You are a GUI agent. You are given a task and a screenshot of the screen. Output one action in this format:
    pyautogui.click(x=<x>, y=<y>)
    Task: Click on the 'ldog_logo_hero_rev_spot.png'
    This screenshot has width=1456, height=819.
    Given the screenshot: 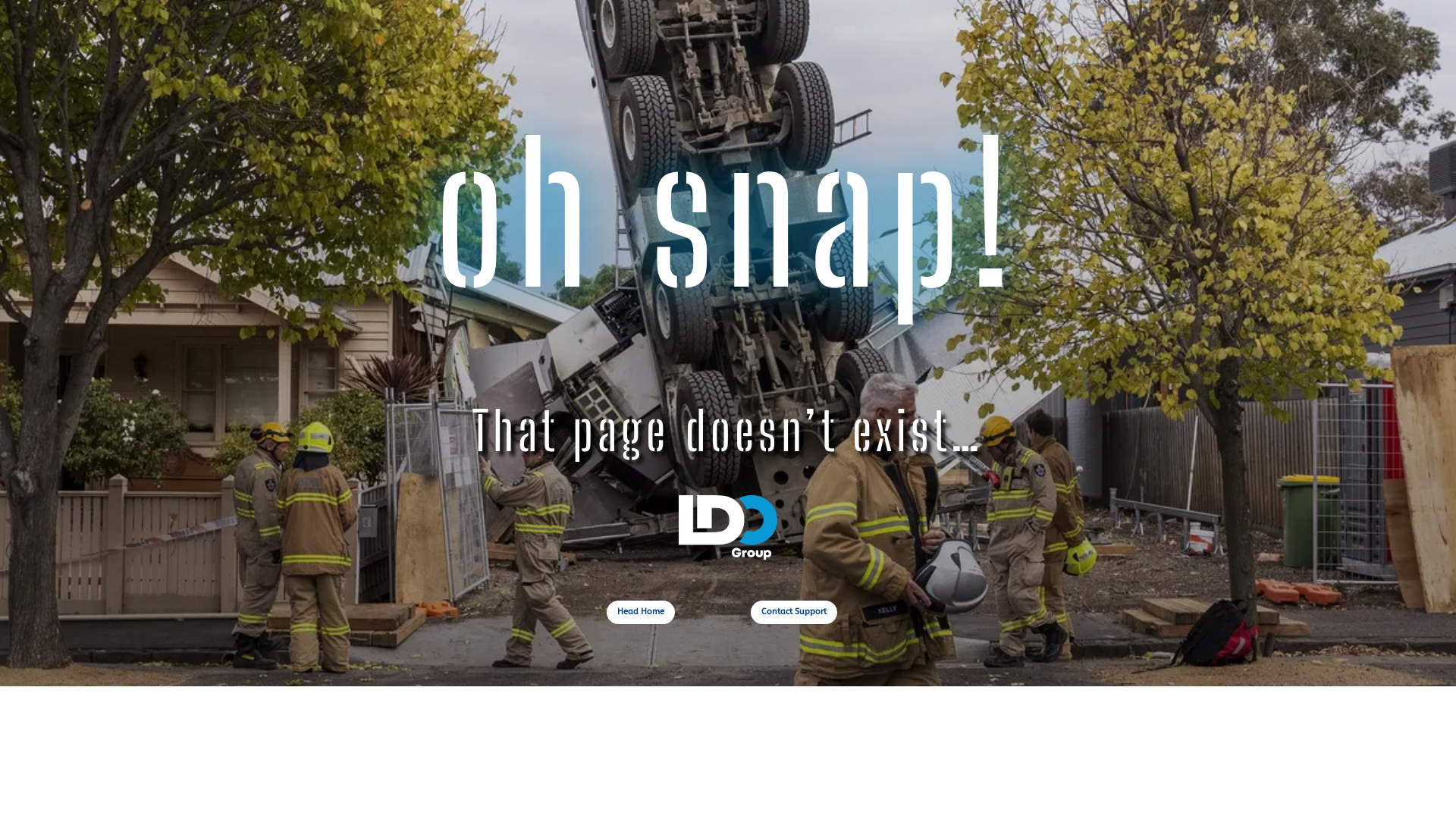 What is the action you would take?
    pyautogui.click(x=728, y=526)
    